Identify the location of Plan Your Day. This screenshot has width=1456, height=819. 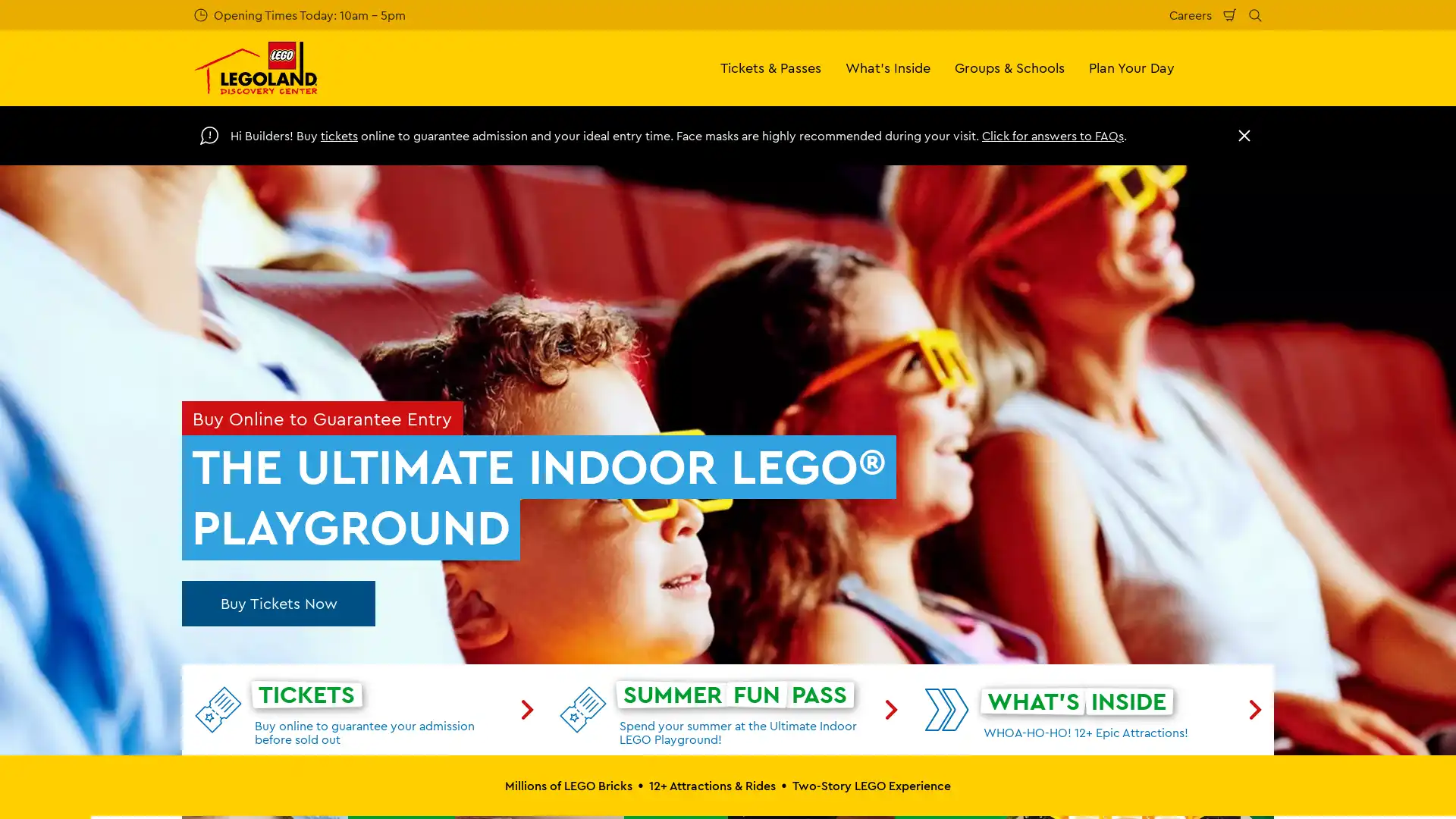
(1131, 67).